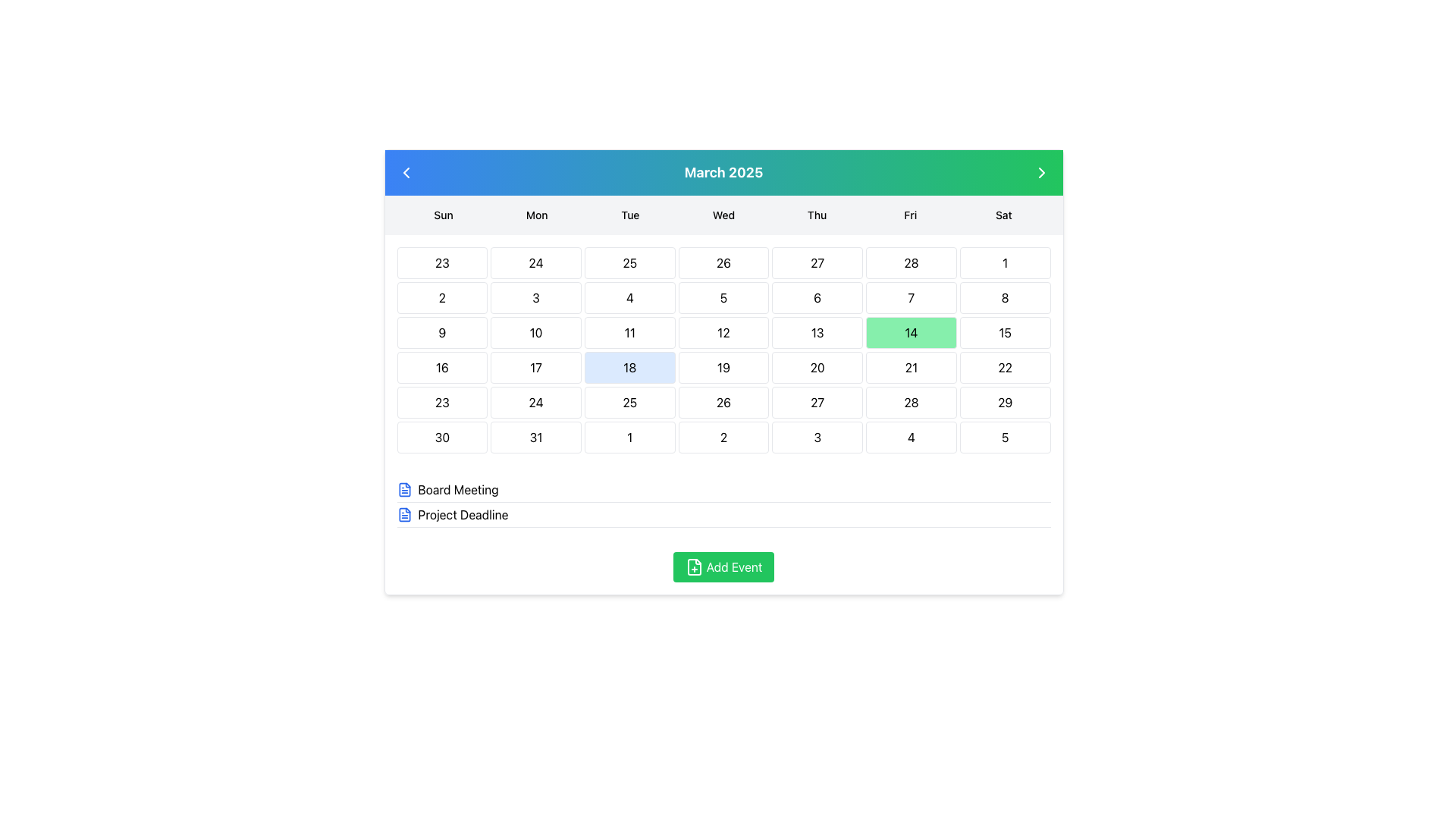 The height and width of the screenshot is (819, 1456). Describe the element at coordinates (441, 298) in the screenshot. I see `the calendar date cell displaying the number '2', located in the second row and first column of the calendar grid` at that location.